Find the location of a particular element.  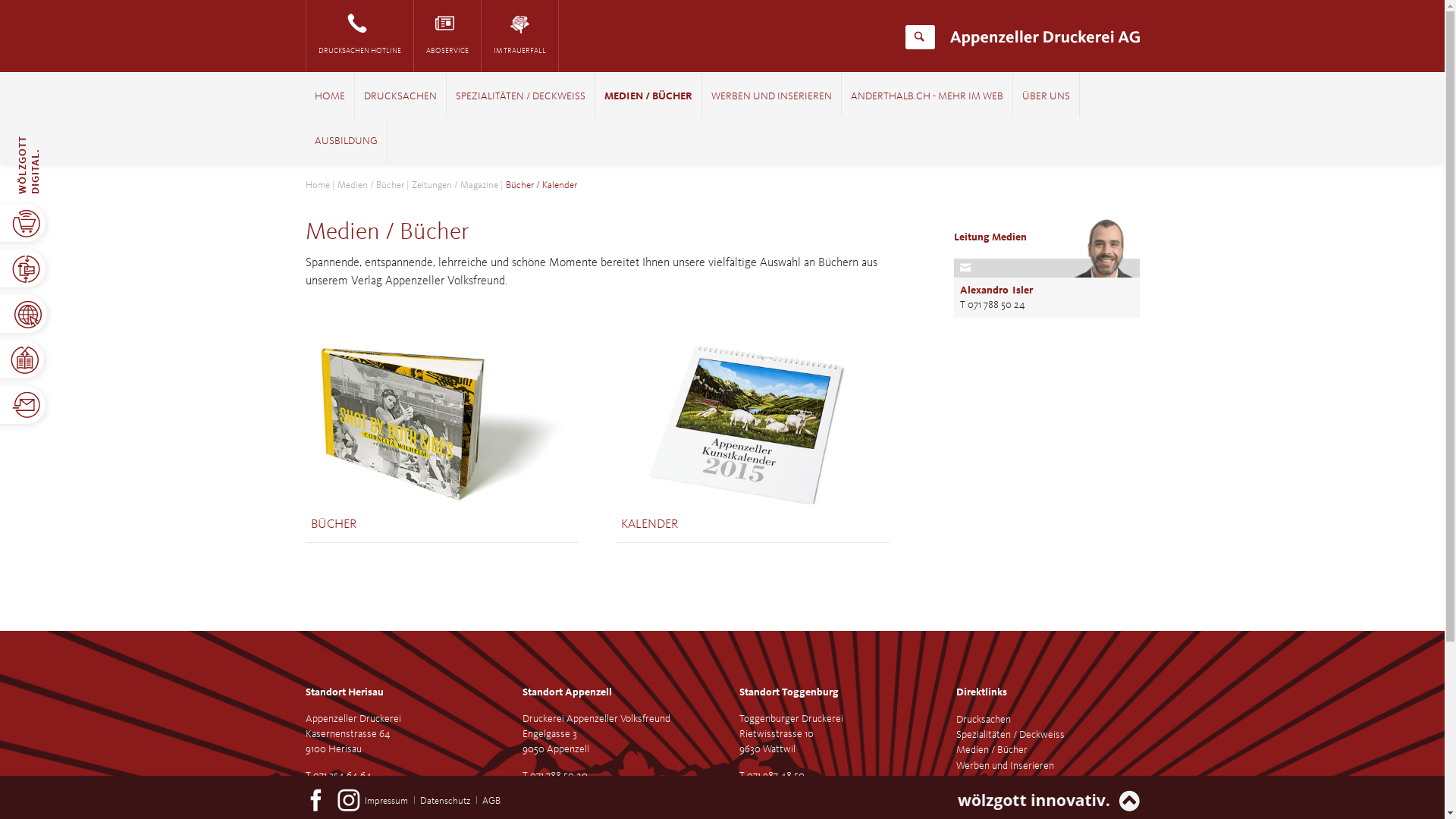

'Zeitungen / Magazine' is located at coordinates (453, 184).